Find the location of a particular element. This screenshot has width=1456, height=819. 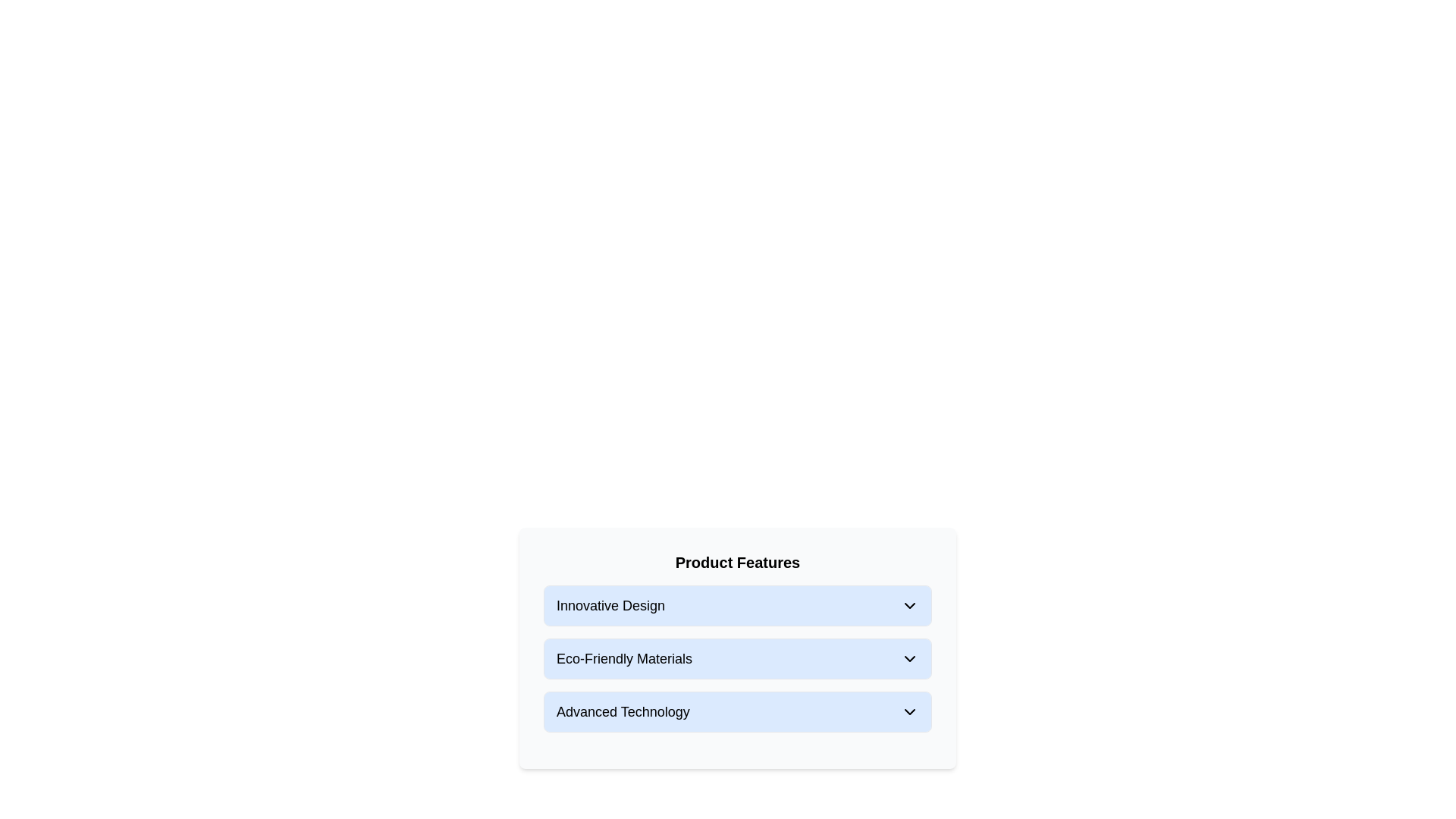

the Dropdown Menu Button located under 'Product Features' is located at coordinates (738, 711).